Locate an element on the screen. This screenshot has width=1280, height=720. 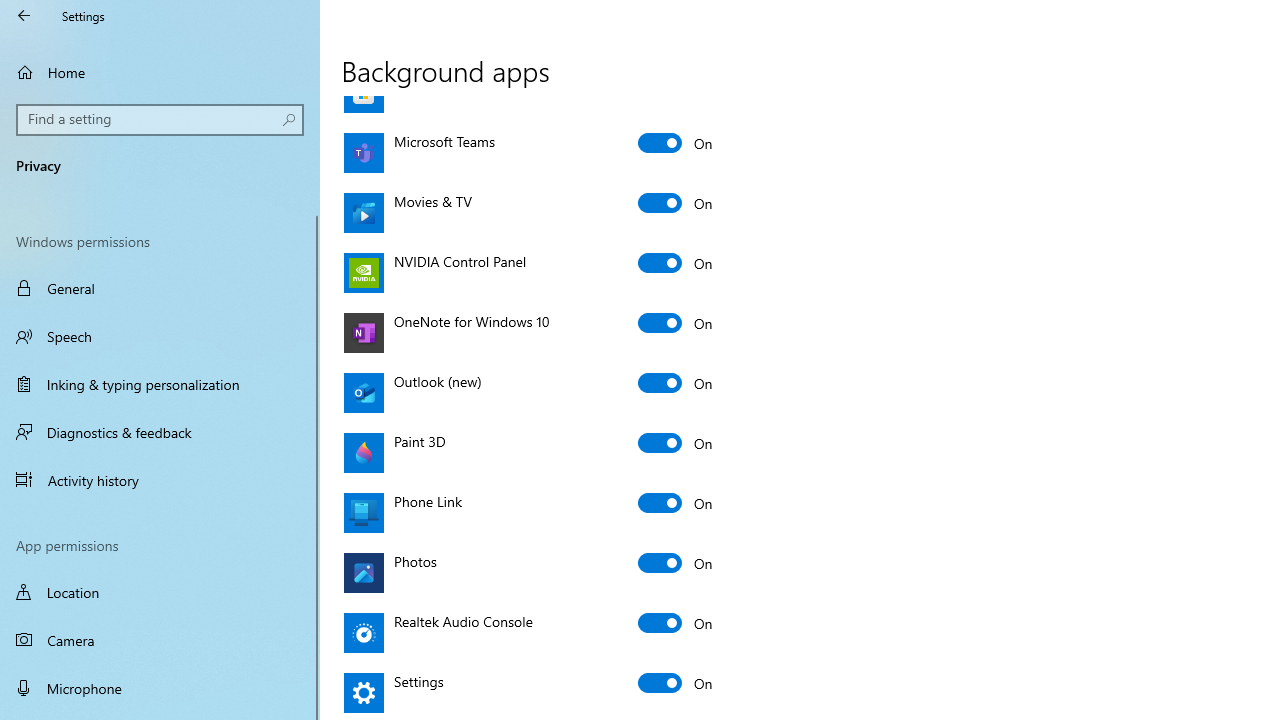
'Home' is located at coordinates (160, 71).